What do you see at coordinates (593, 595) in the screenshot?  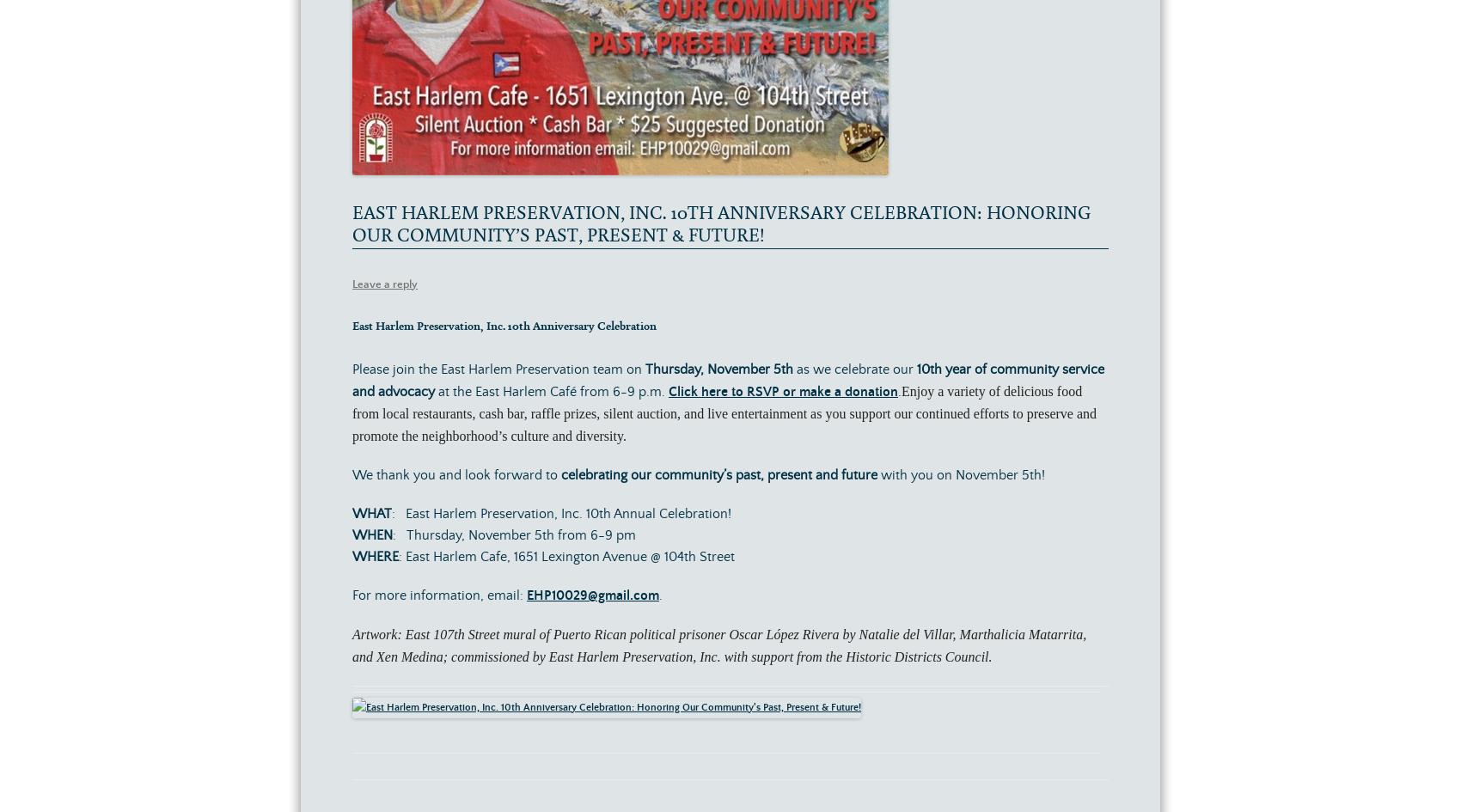 I see `'EHP10029@gmail.com'` at bounding box center [593, 595].